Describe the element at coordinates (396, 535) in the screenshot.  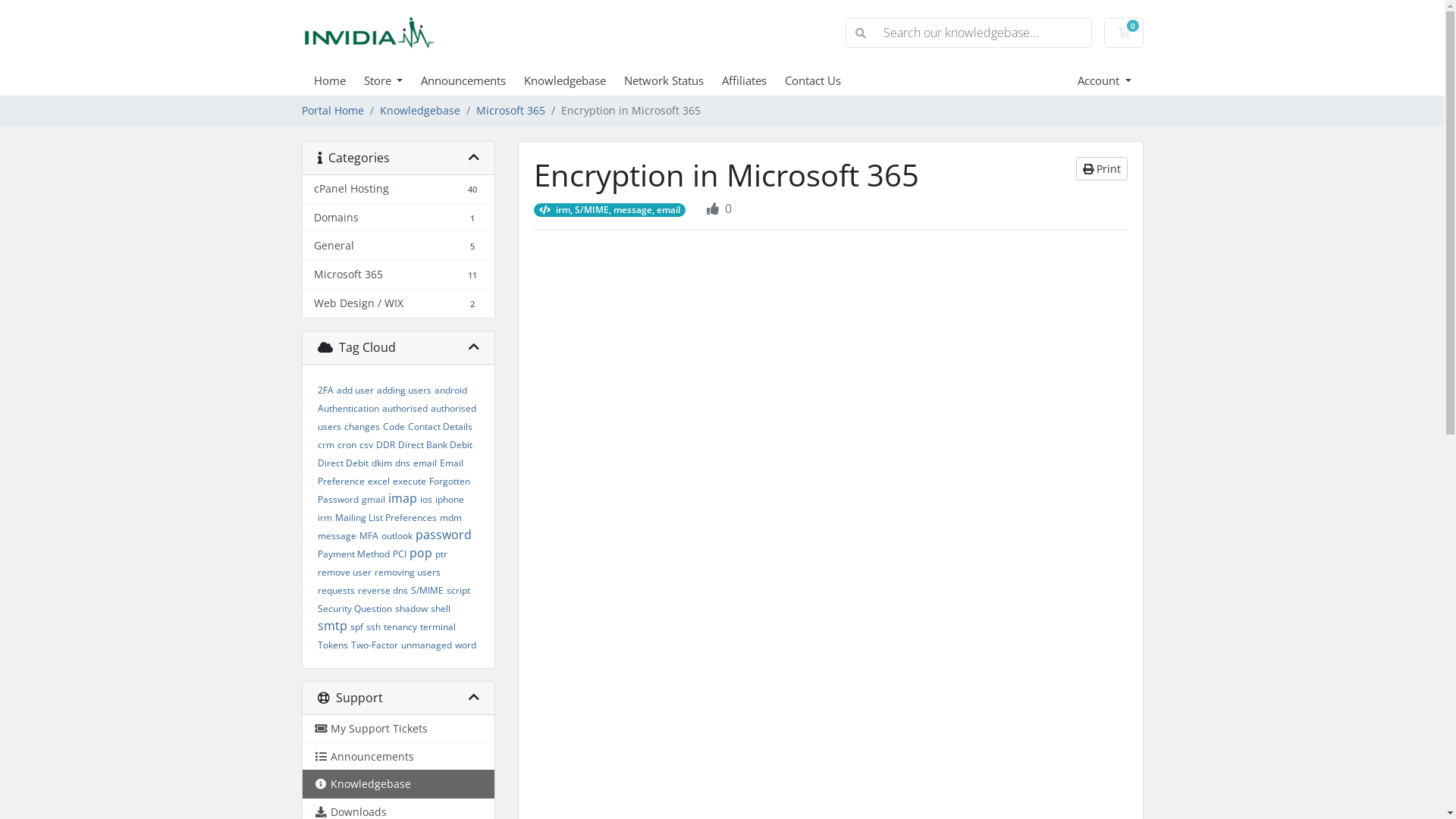
I see `'outlook'` at that location.